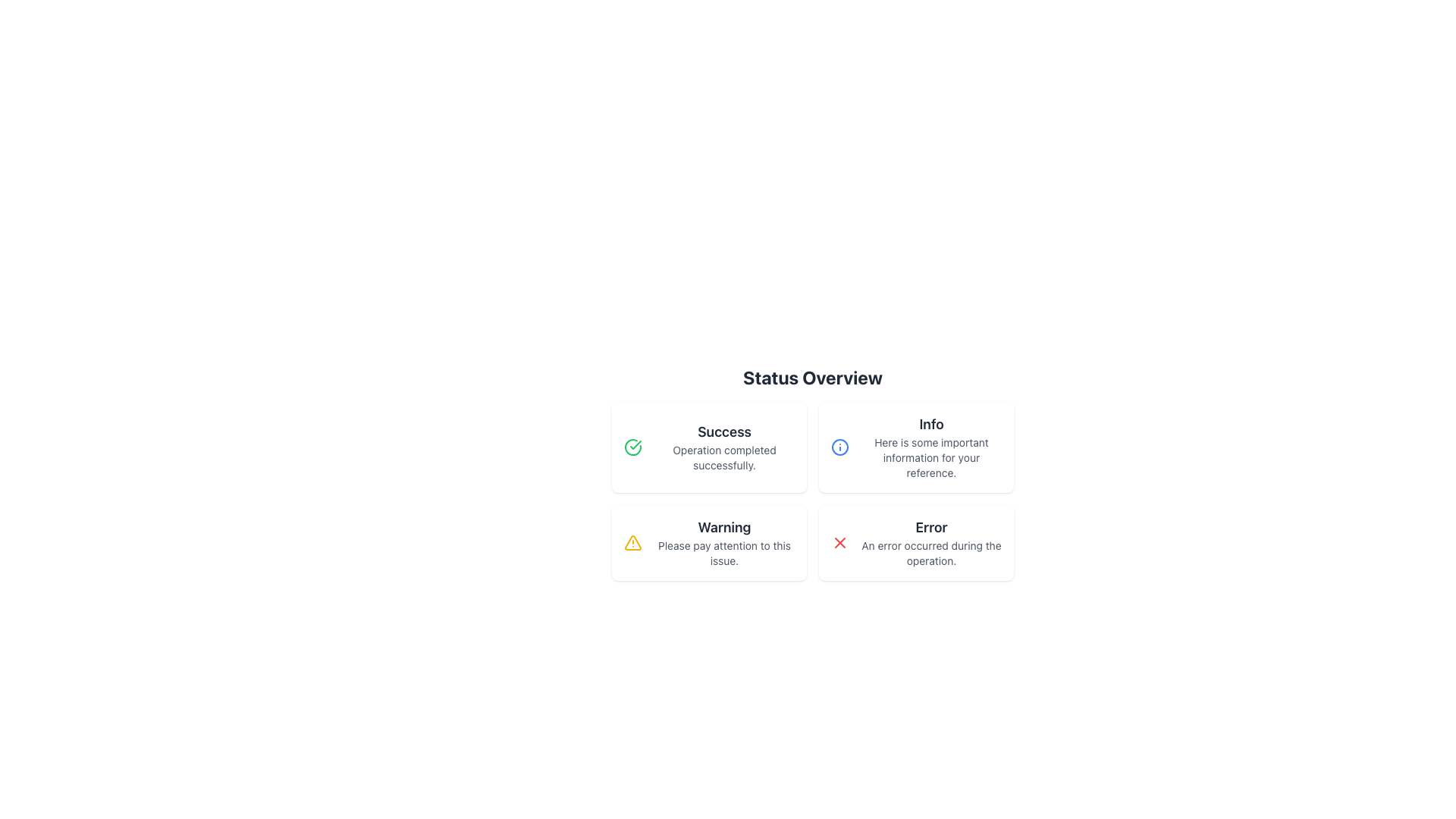 This screenshot has width=1456, height=819. What do you see at coordinates (723, 432) in the screenshot?
I see `the text label heading that signifies the successful completion of an operation` at bounding box center [723, 432].